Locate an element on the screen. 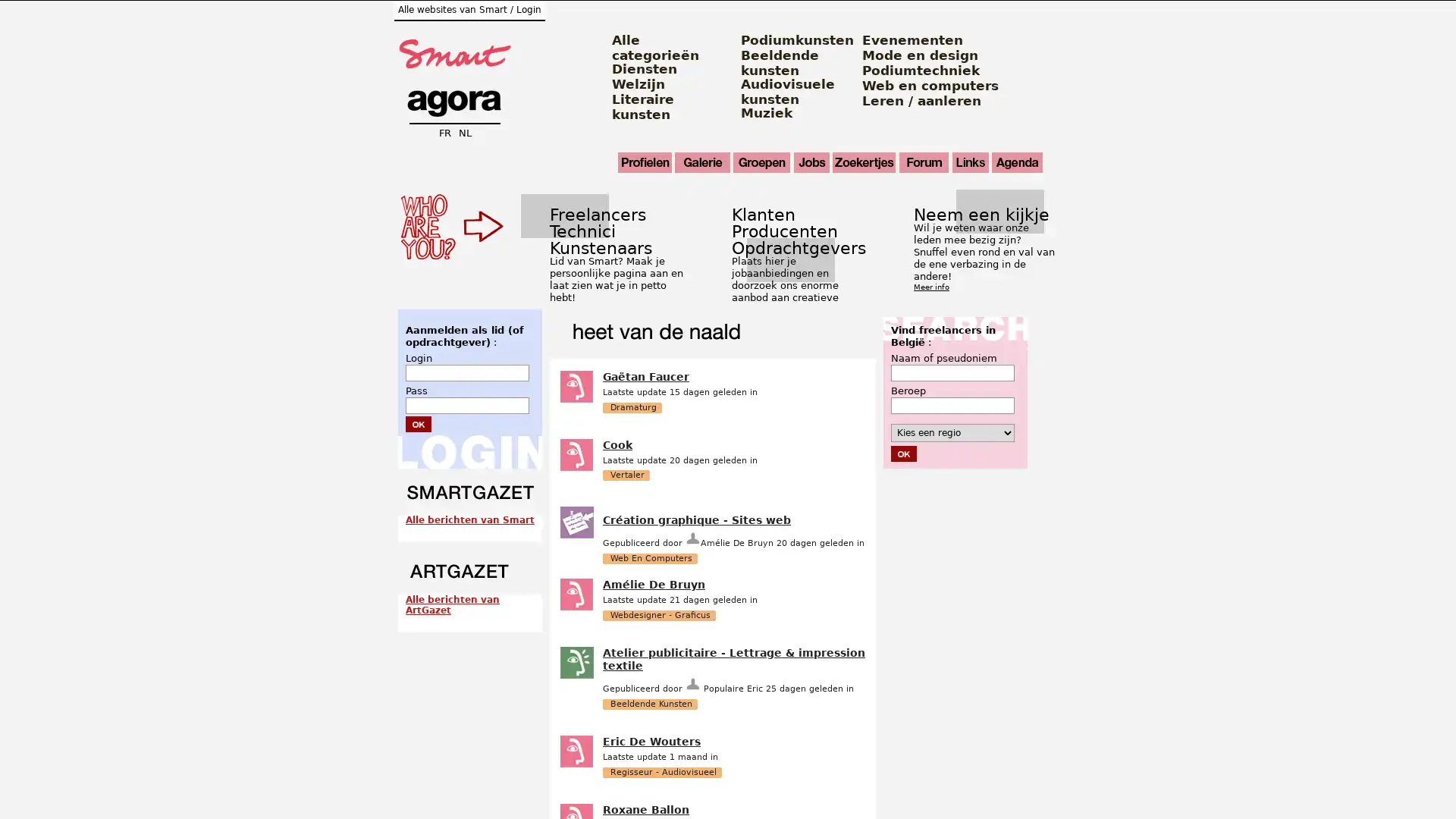  Submit is located at coordinates (903, 452).